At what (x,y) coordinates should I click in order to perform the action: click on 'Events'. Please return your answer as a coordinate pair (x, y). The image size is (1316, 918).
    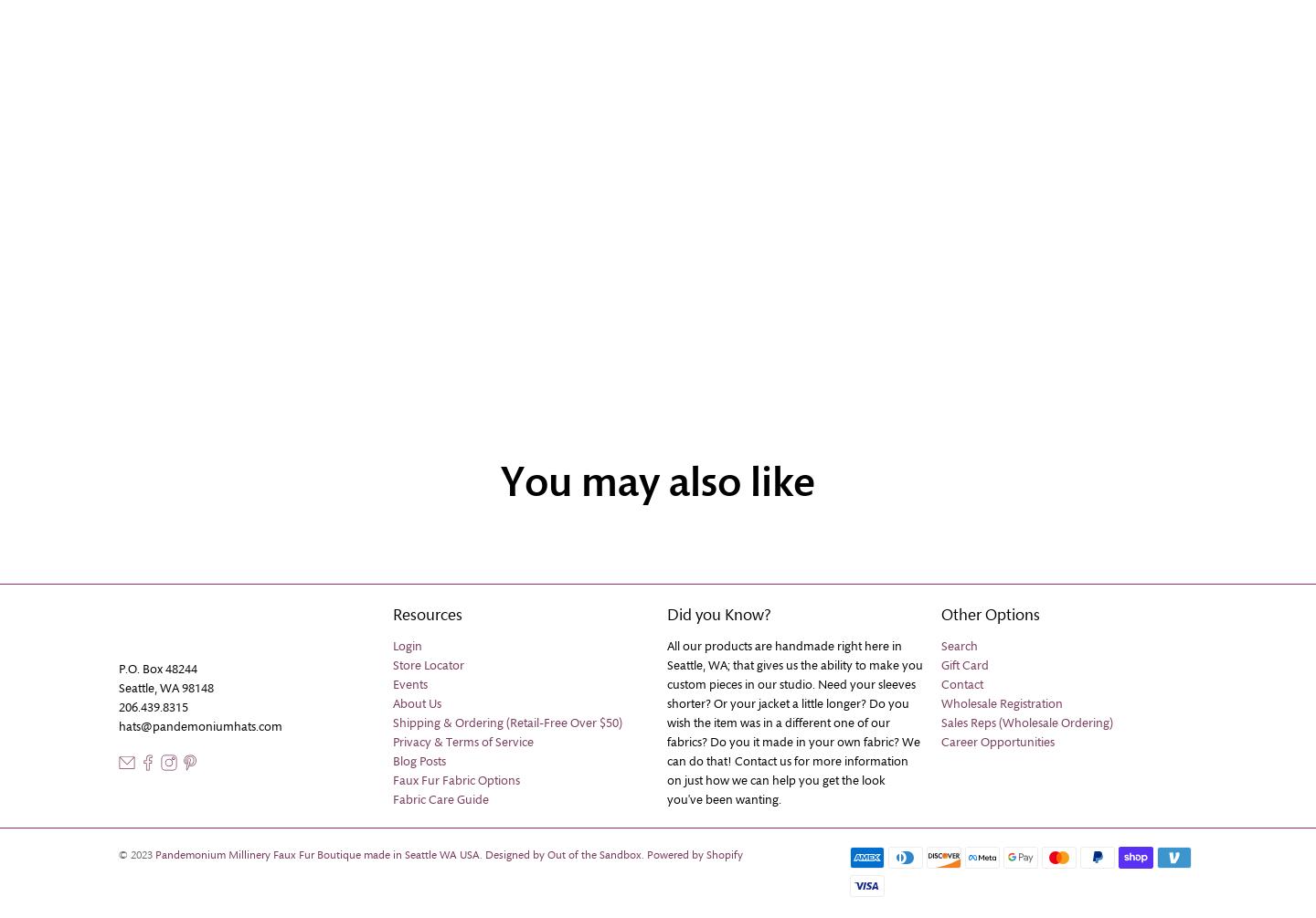
    Looking at the image, I should click on (409, 684).